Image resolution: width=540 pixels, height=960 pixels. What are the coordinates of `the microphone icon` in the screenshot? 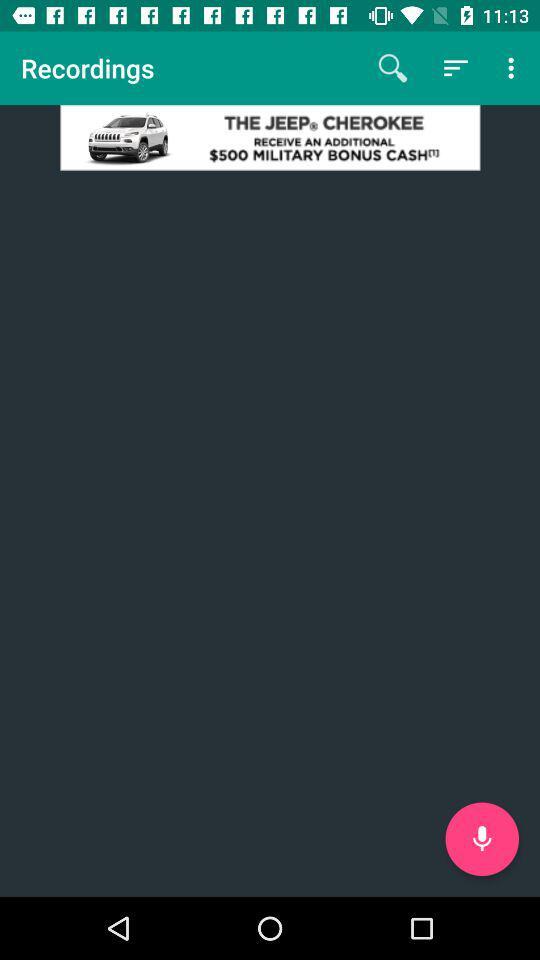 It's located at (481, 839).